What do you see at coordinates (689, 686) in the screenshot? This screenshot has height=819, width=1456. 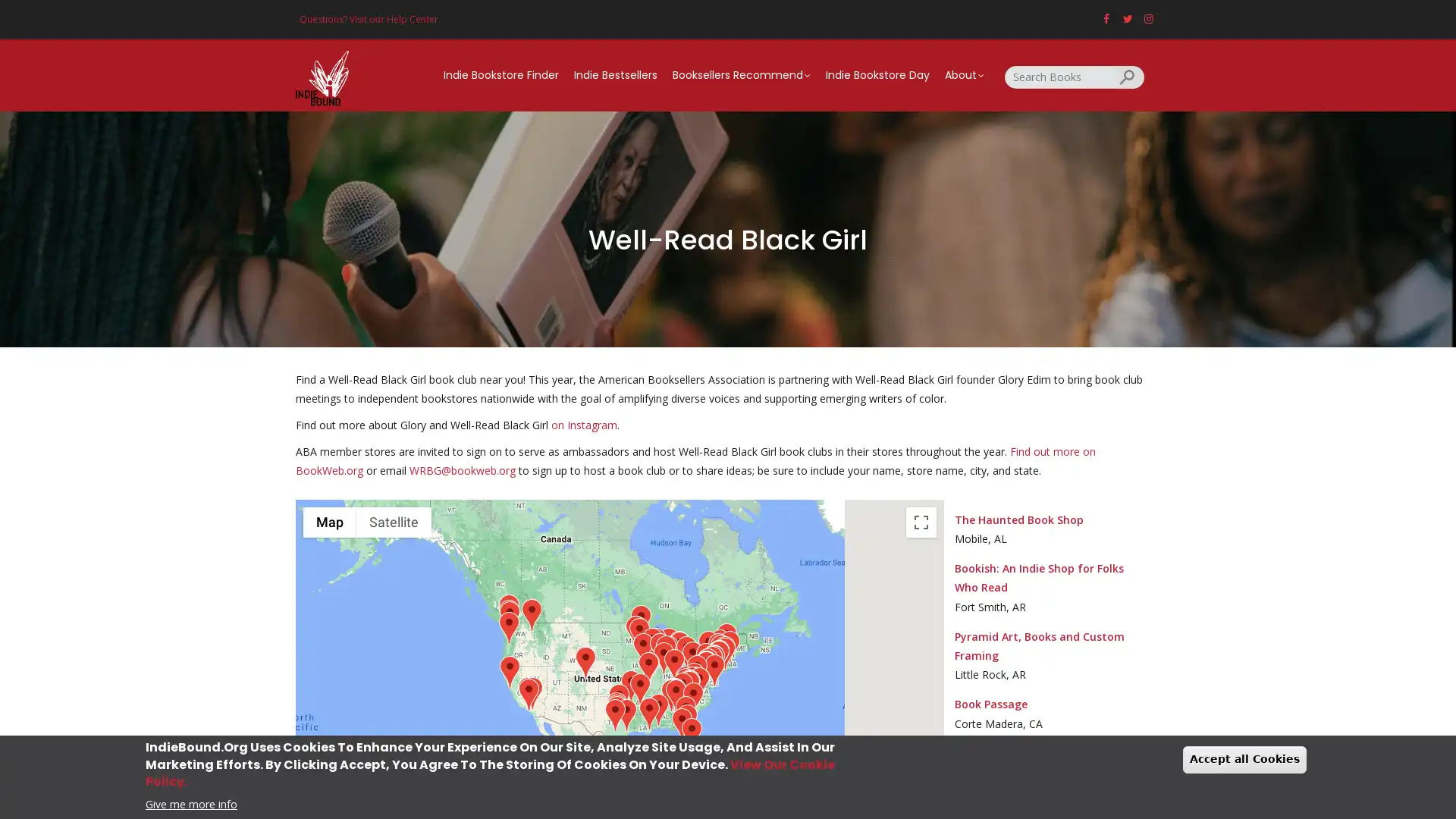 I see `The Urban Reader` at bounding box center [689, 686].